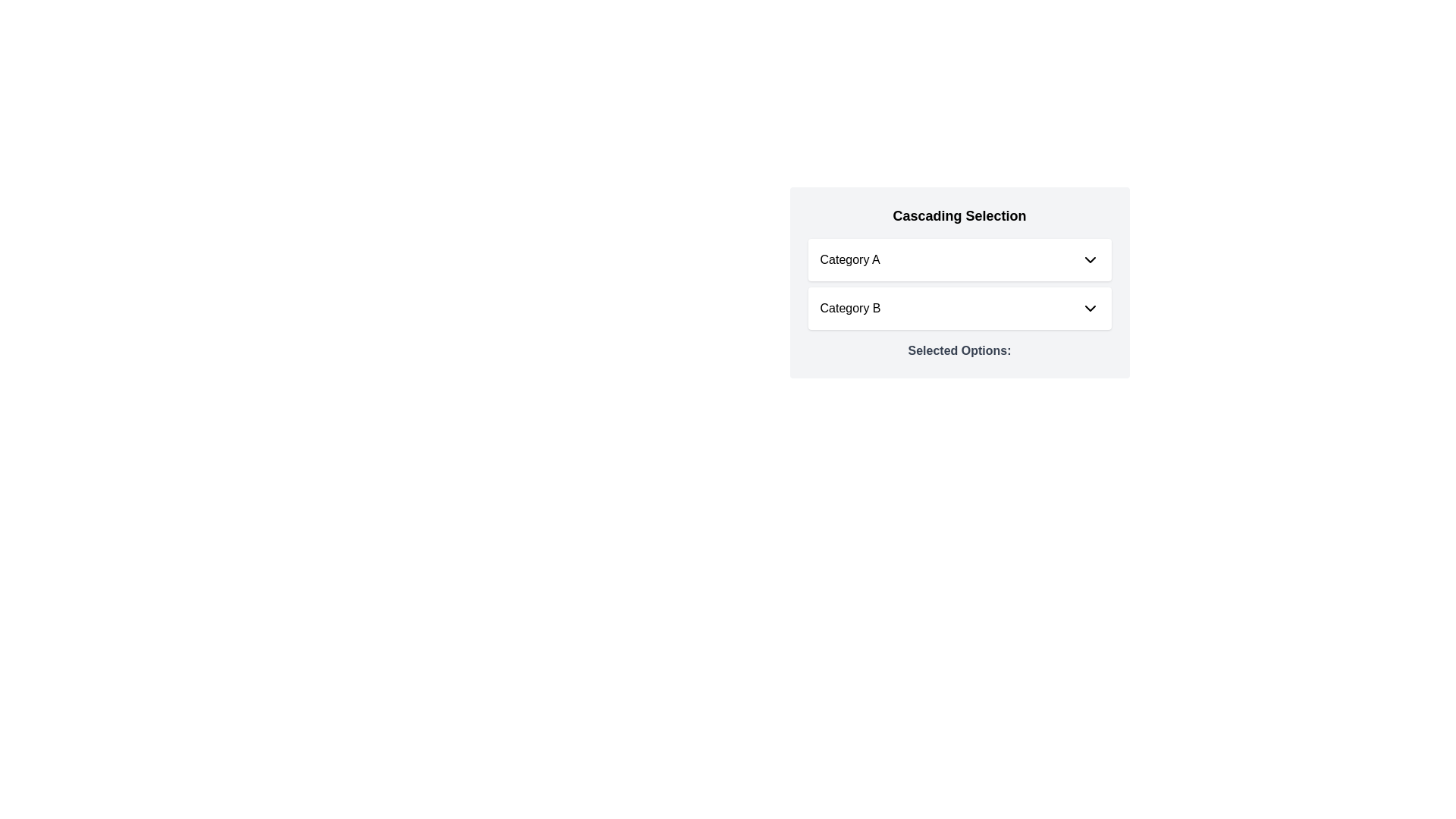 The image size is (1456, 819). Describe the element at coordinates (959, 216) in the screenshot. I see `the text display element labeled 'Cascading Selection', which is a bold, large font heading located at the top of the selection interface` at that location.